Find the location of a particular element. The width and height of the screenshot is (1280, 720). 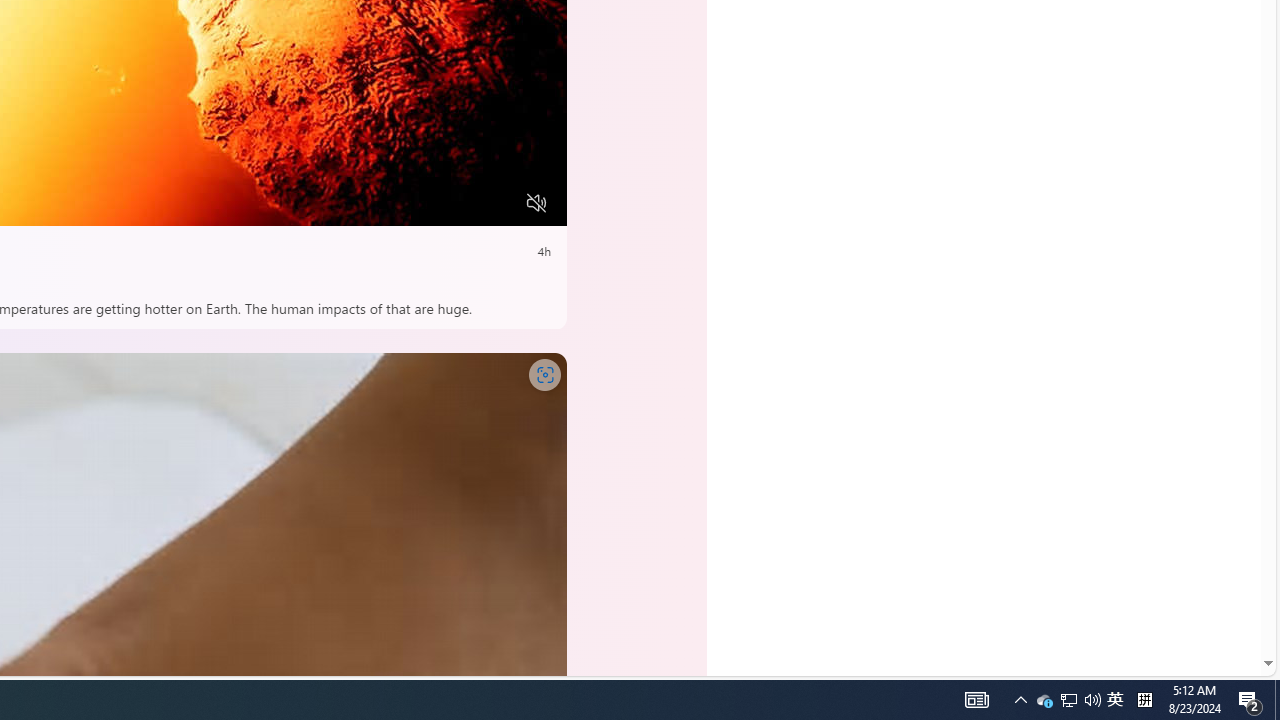

'Unmute' is located at coordinates (536, 203).